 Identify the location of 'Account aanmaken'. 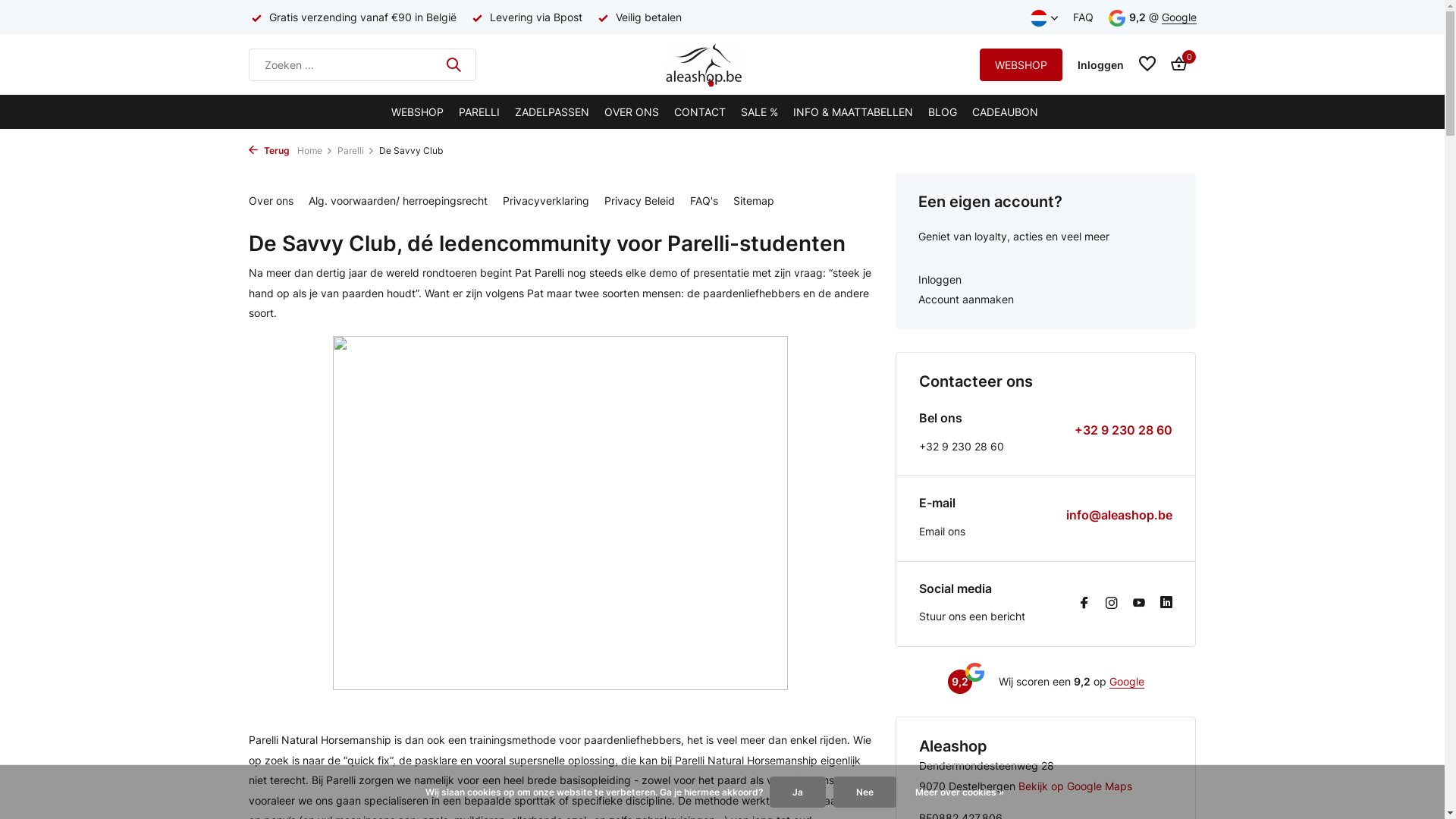
(1045, 300).